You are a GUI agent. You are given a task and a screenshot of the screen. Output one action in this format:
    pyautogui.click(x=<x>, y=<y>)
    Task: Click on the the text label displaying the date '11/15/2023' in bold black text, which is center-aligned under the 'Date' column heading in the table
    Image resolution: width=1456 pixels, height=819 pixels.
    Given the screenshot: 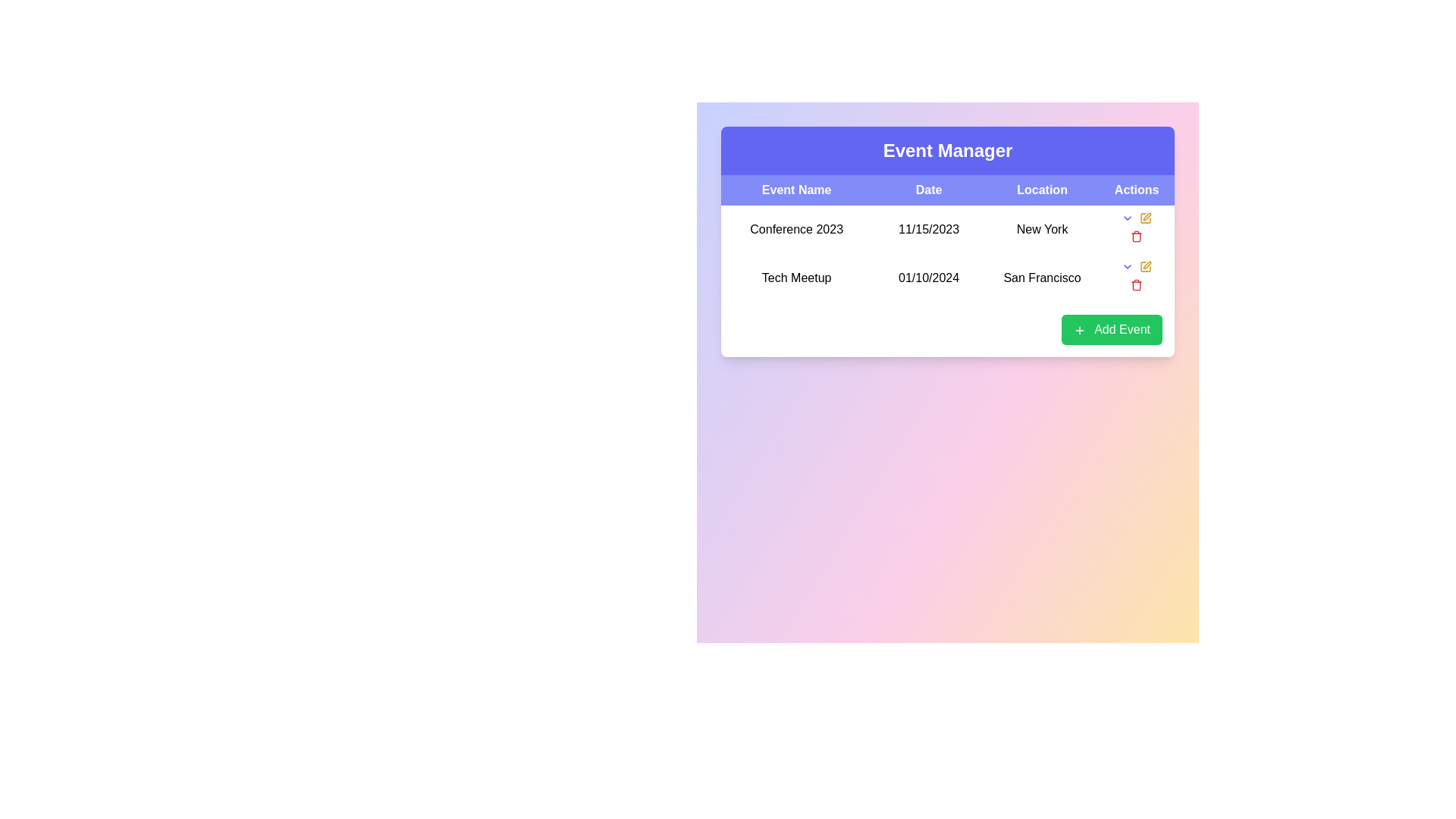 What is the action you would take?
    pyautogui.click(x=928, y=230)
    